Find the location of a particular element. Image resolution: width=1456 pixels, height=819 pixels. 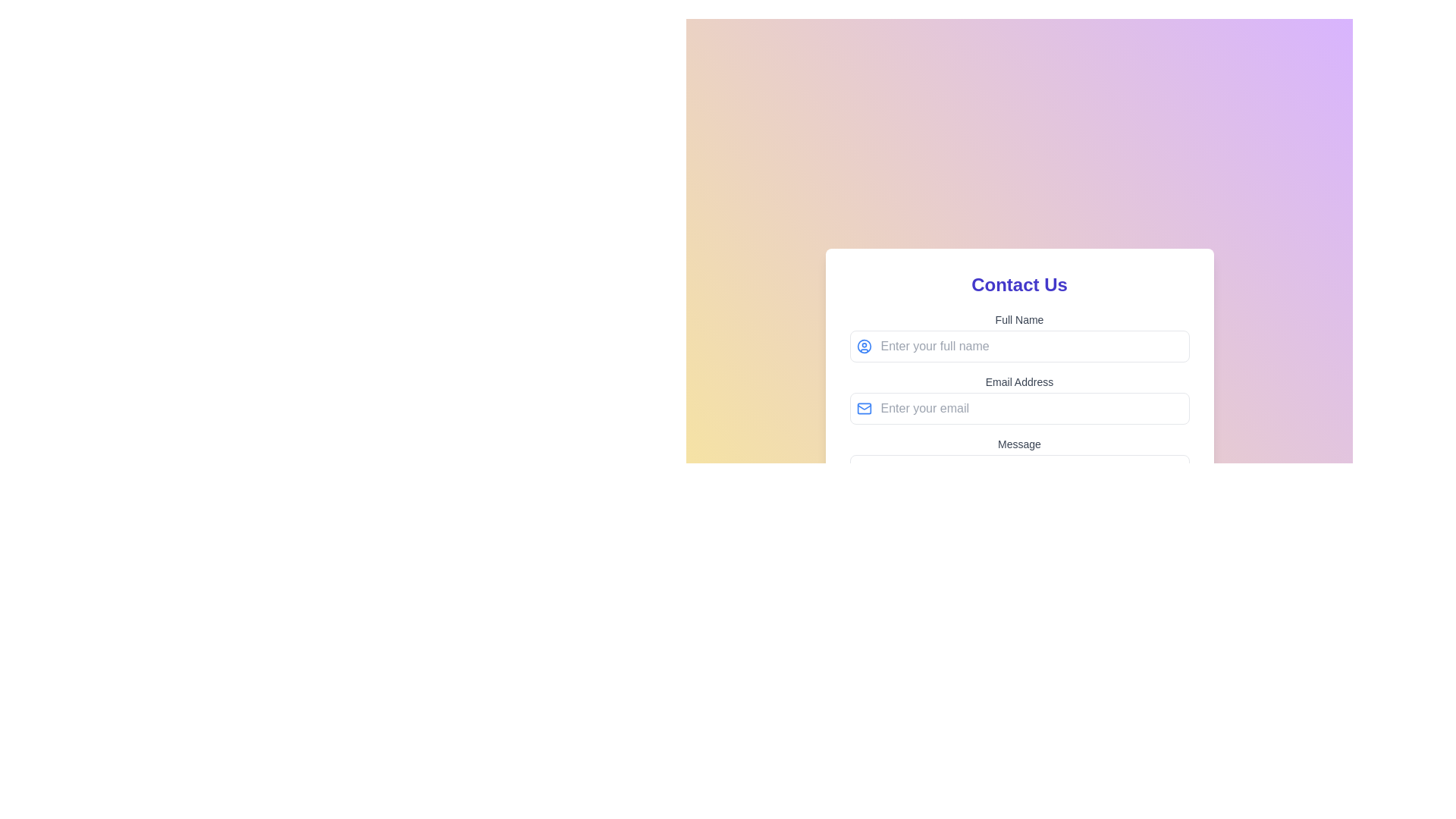

the contact form input fields to focus on them is located at coordinates (1019, 428).